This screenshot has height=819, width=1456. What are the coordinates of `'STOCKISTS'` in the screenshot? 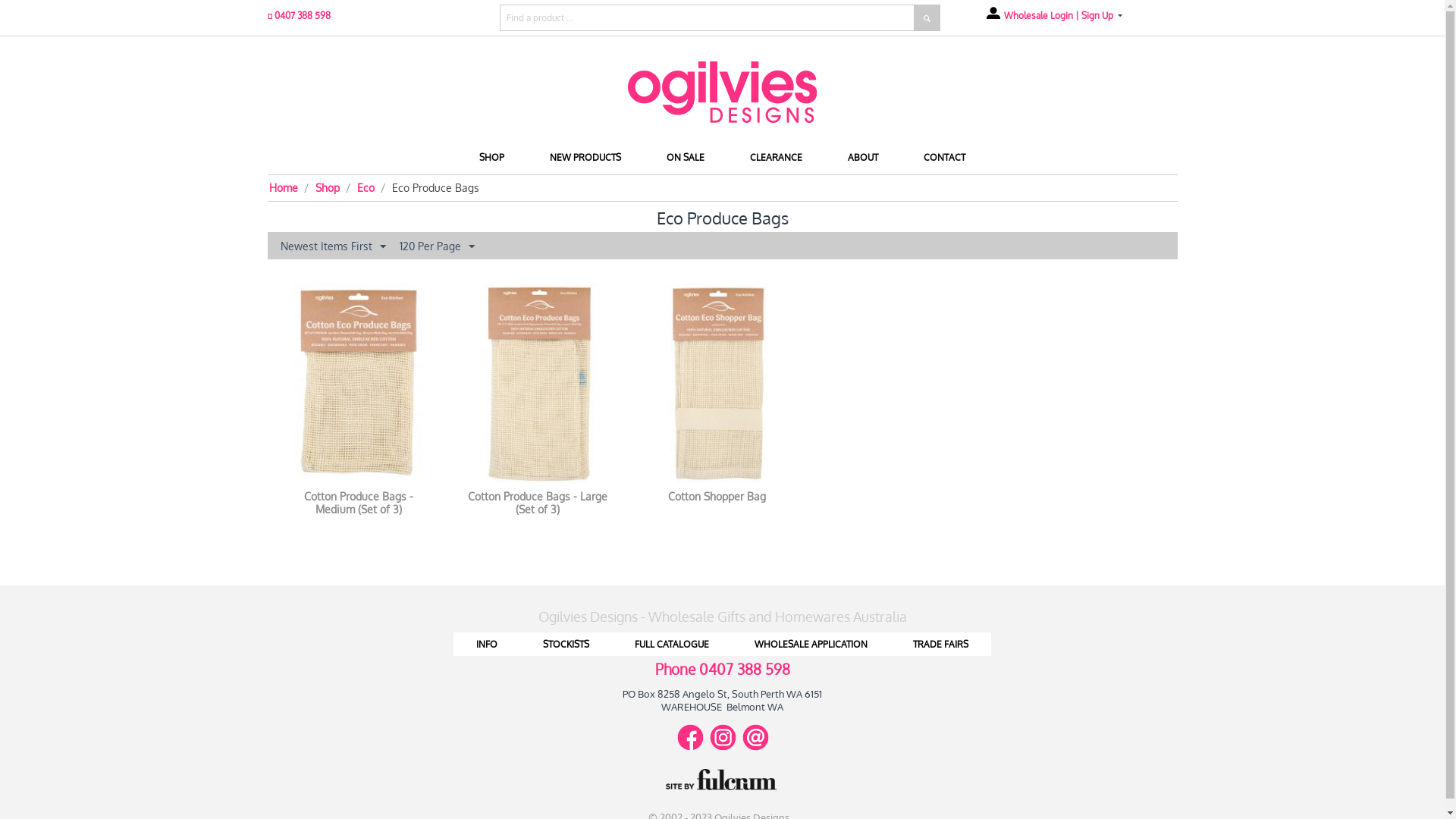 It's located at (520, 644).